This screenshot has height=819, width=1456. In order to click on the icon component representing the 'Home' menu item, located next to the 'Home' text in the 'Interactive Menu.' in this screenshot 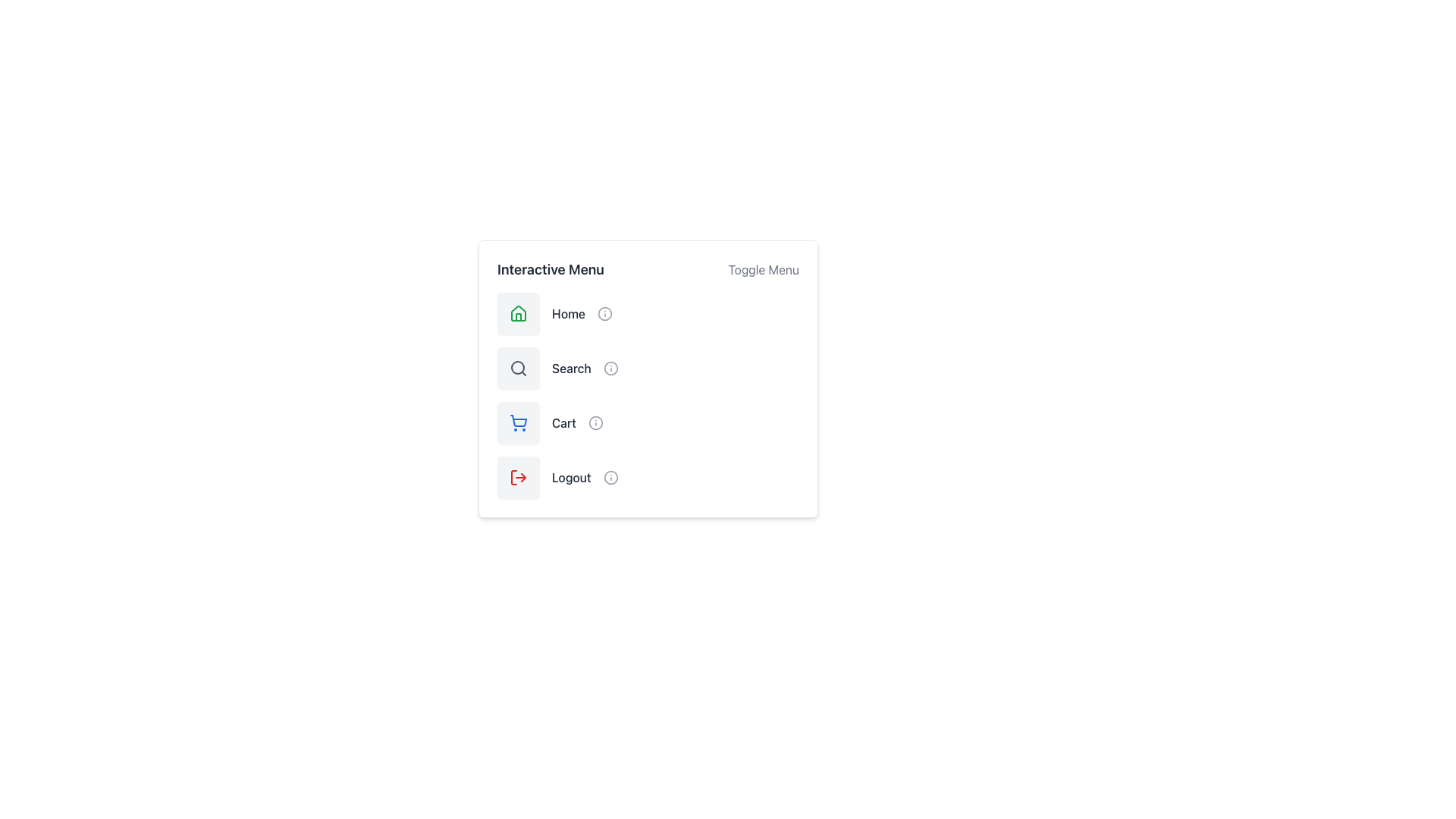, I will do `click(604, 312)`.